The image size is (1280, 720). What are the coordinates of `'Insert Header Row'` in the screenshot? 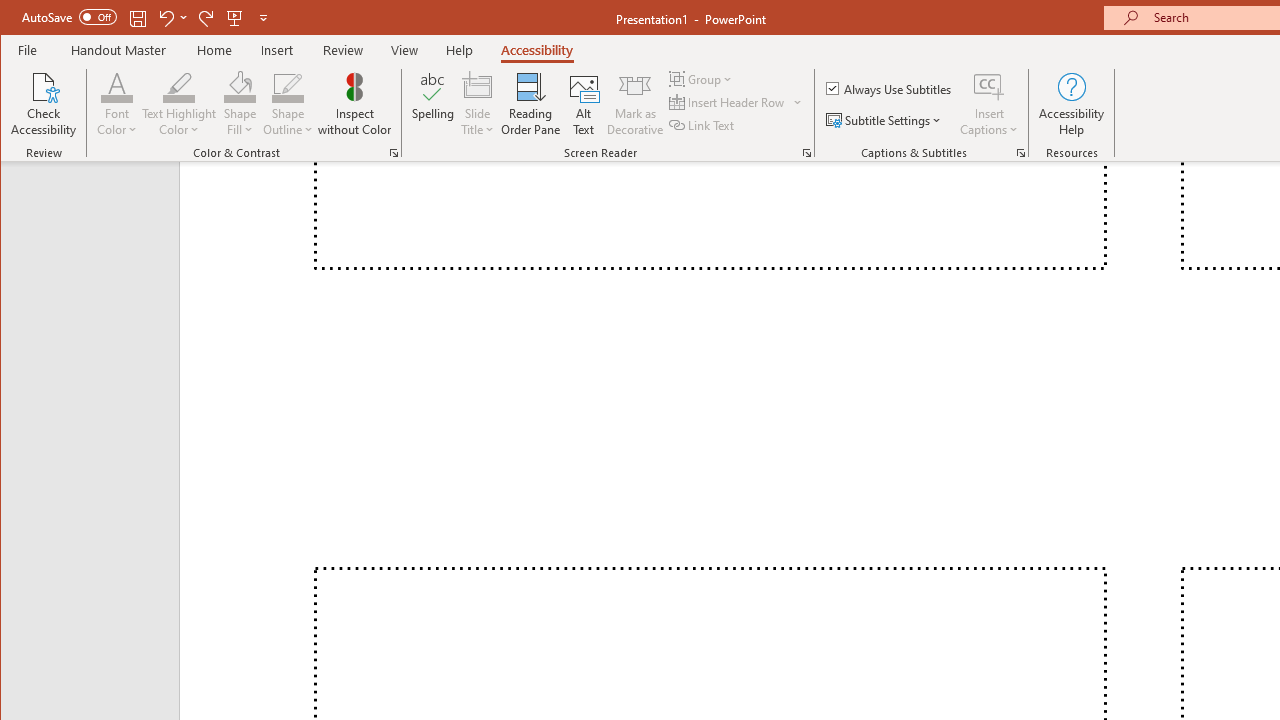 It's located at (735, 102).